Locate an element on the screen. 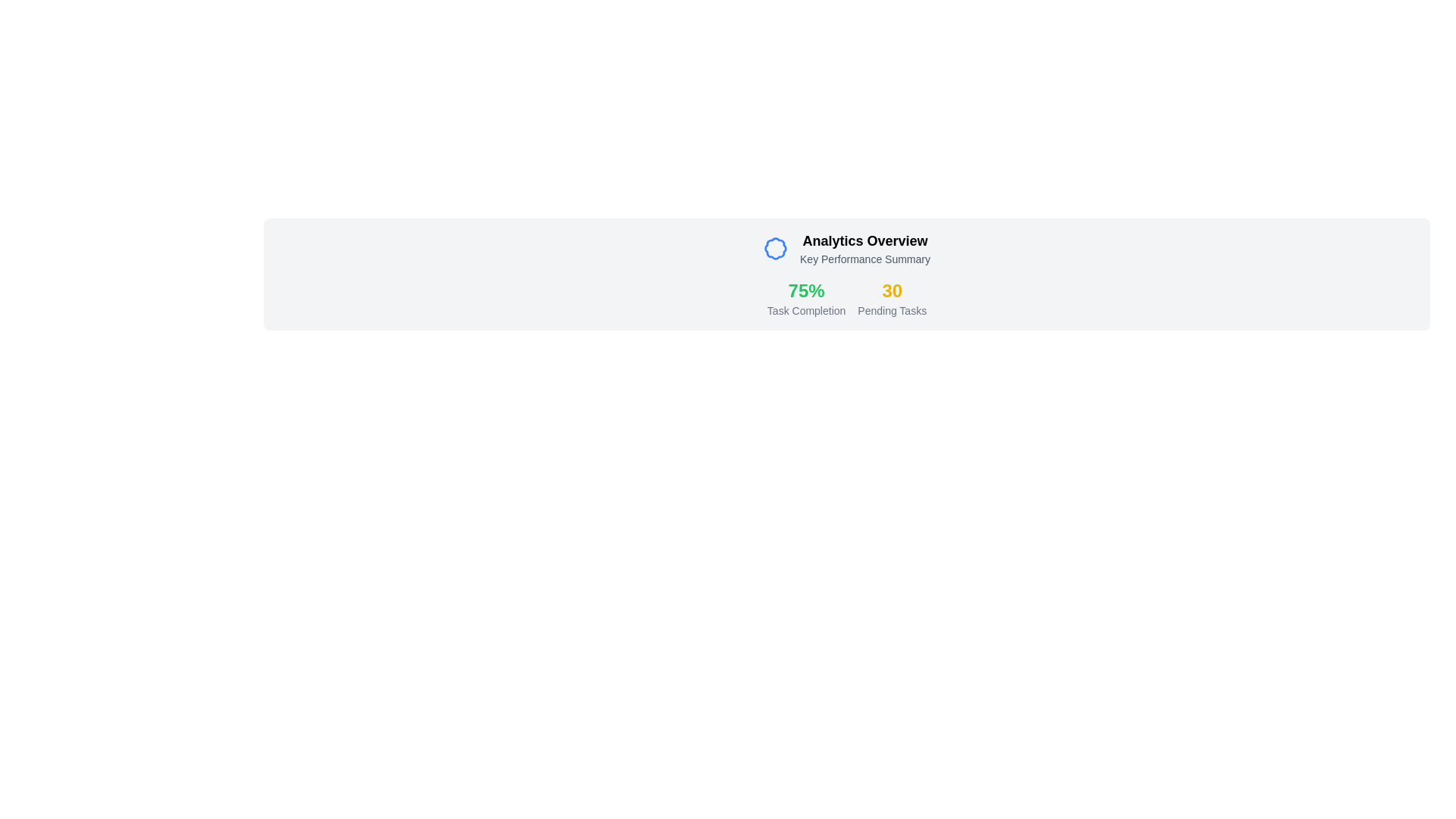 Image resolution: width=1456 pixels, height=819 pixels. the text label displaying '75%' in bold green font, indicating progress or completion, located at the center of the interface above 'Task Completion' is located at coordinates (805, 291).